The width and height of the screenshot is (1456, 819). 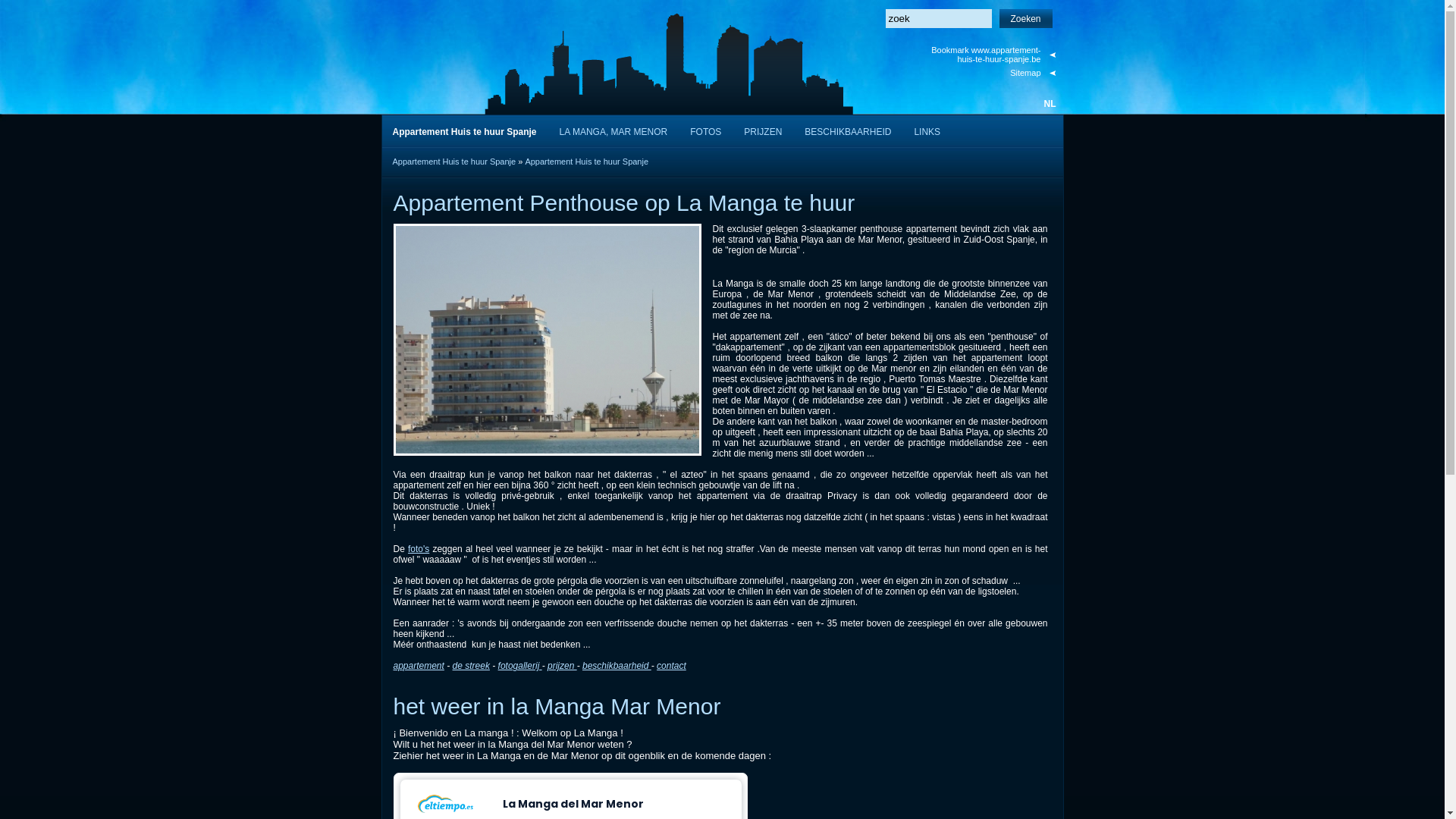 What do you see at coordinates (926, 130) in the screenshot?
I see `'LINKS'` at bounding box center [926, 130].